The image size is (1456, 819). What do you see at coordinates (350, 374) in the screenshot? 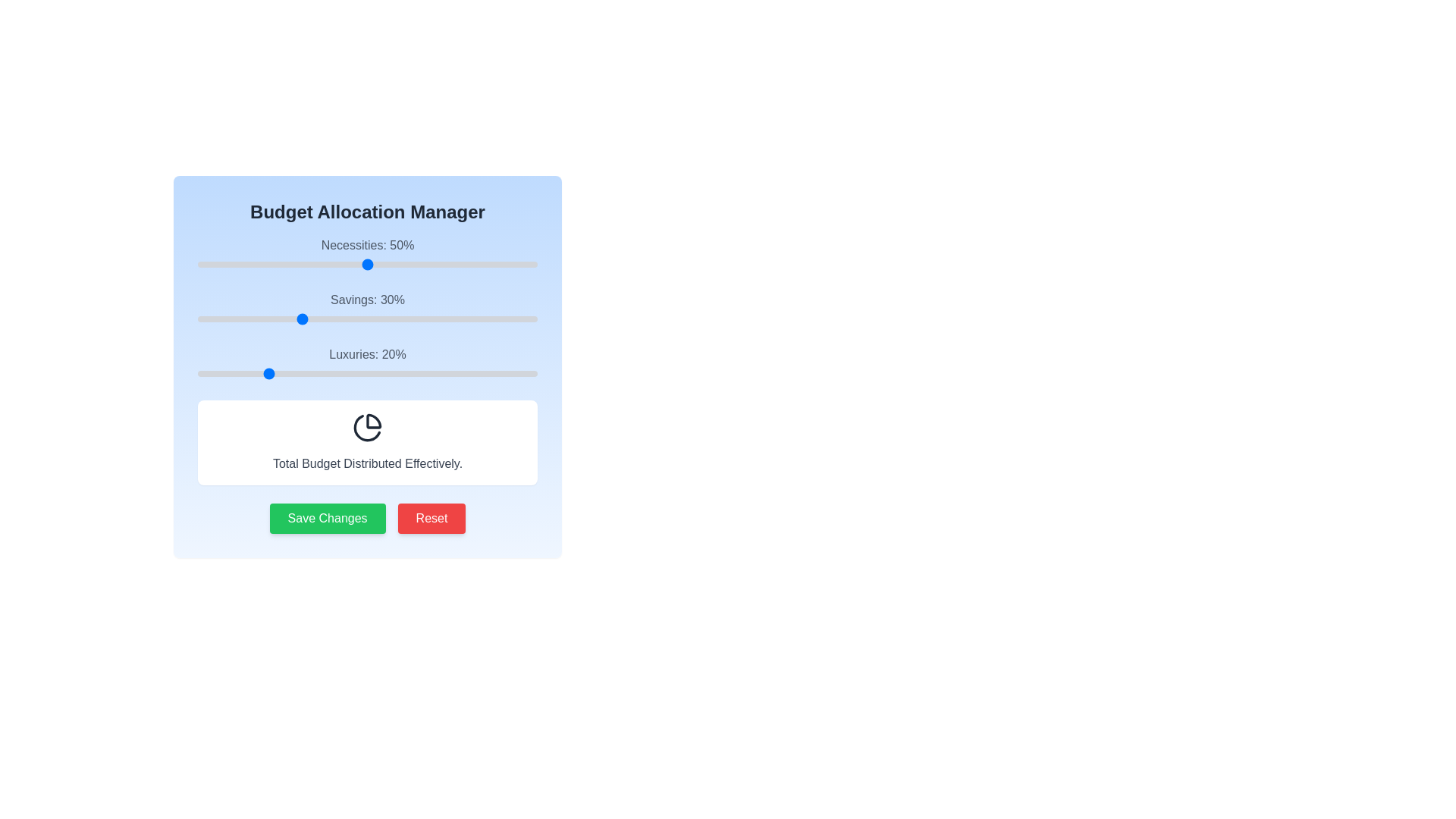
I see `luxuries percentage` at bounding box center [350, 374].